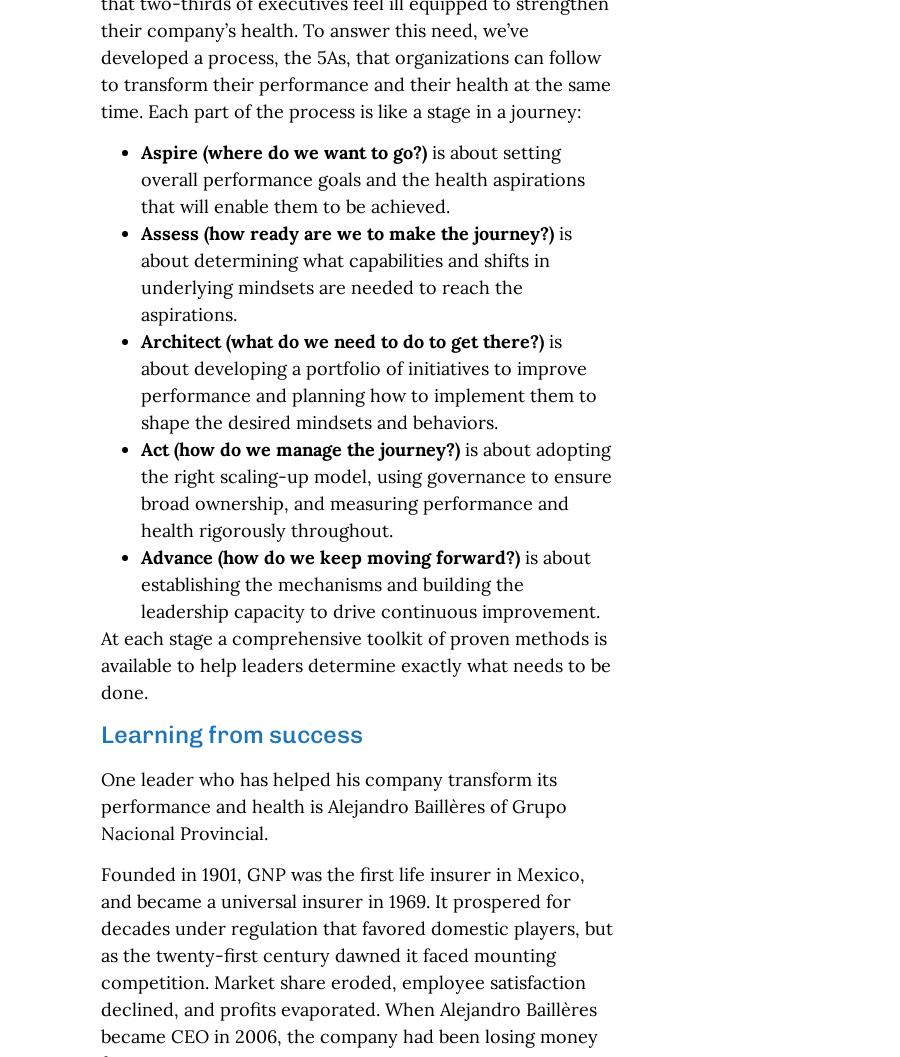  I want to click on 'Aspire (where do we want to go?)', so click(281, 152).